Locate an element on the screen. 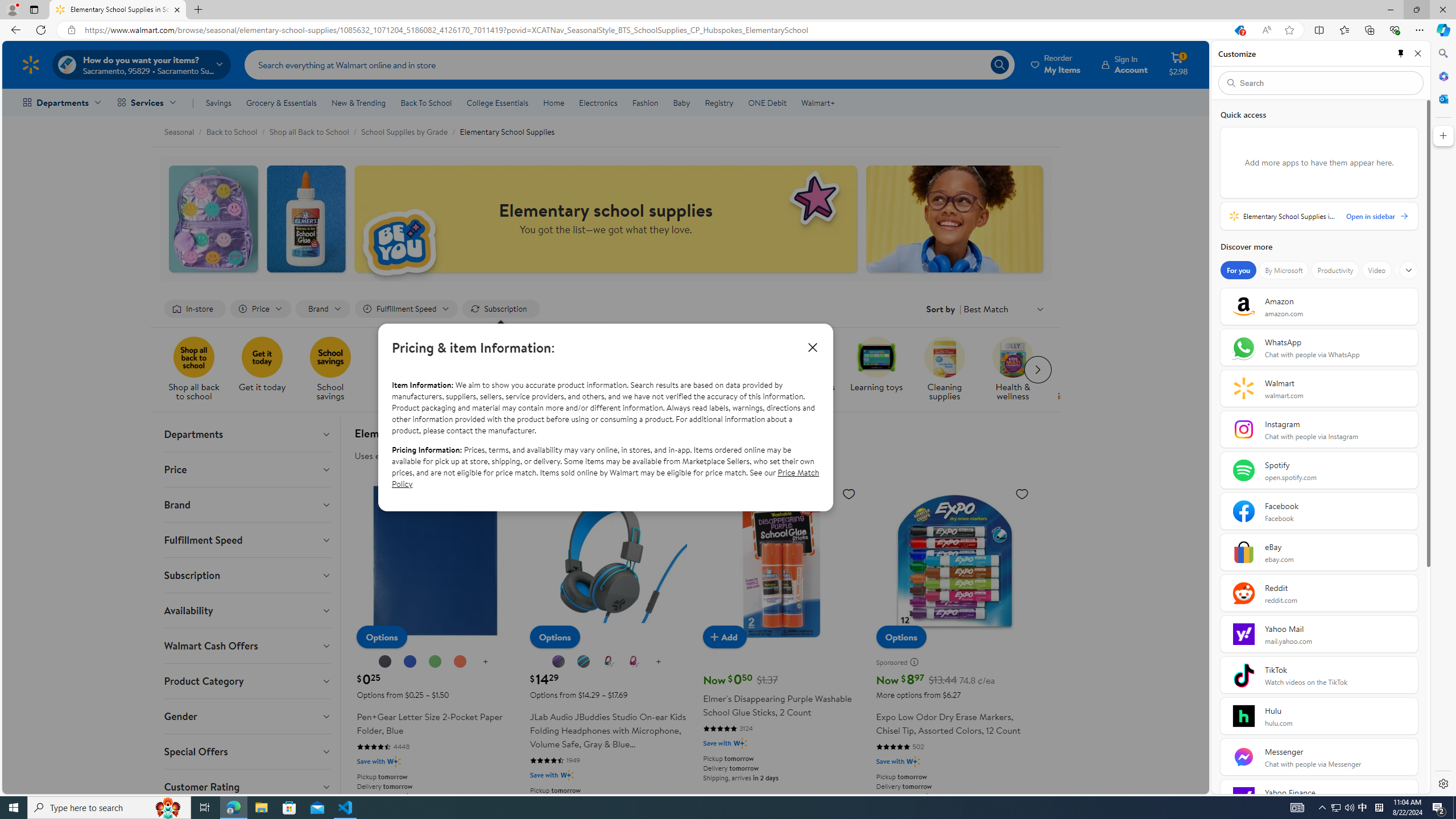 Image resolution: width=1456 pixels, height=819 pixels. 'Productivity' is located at coordinates (1335, 270).